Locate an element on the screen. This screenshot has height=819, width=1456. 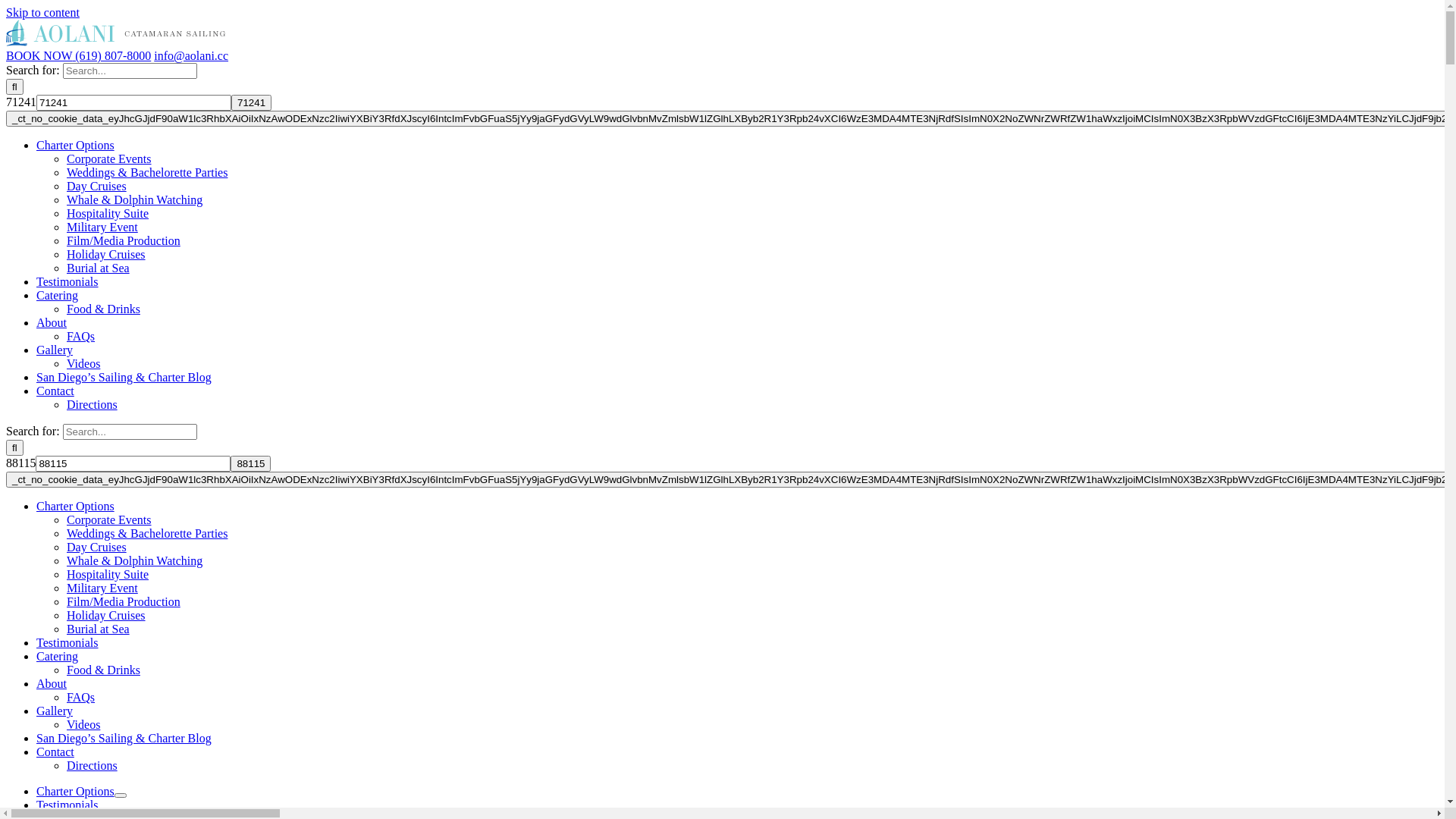
'Skip to content' is located at coordinates (42, 12).